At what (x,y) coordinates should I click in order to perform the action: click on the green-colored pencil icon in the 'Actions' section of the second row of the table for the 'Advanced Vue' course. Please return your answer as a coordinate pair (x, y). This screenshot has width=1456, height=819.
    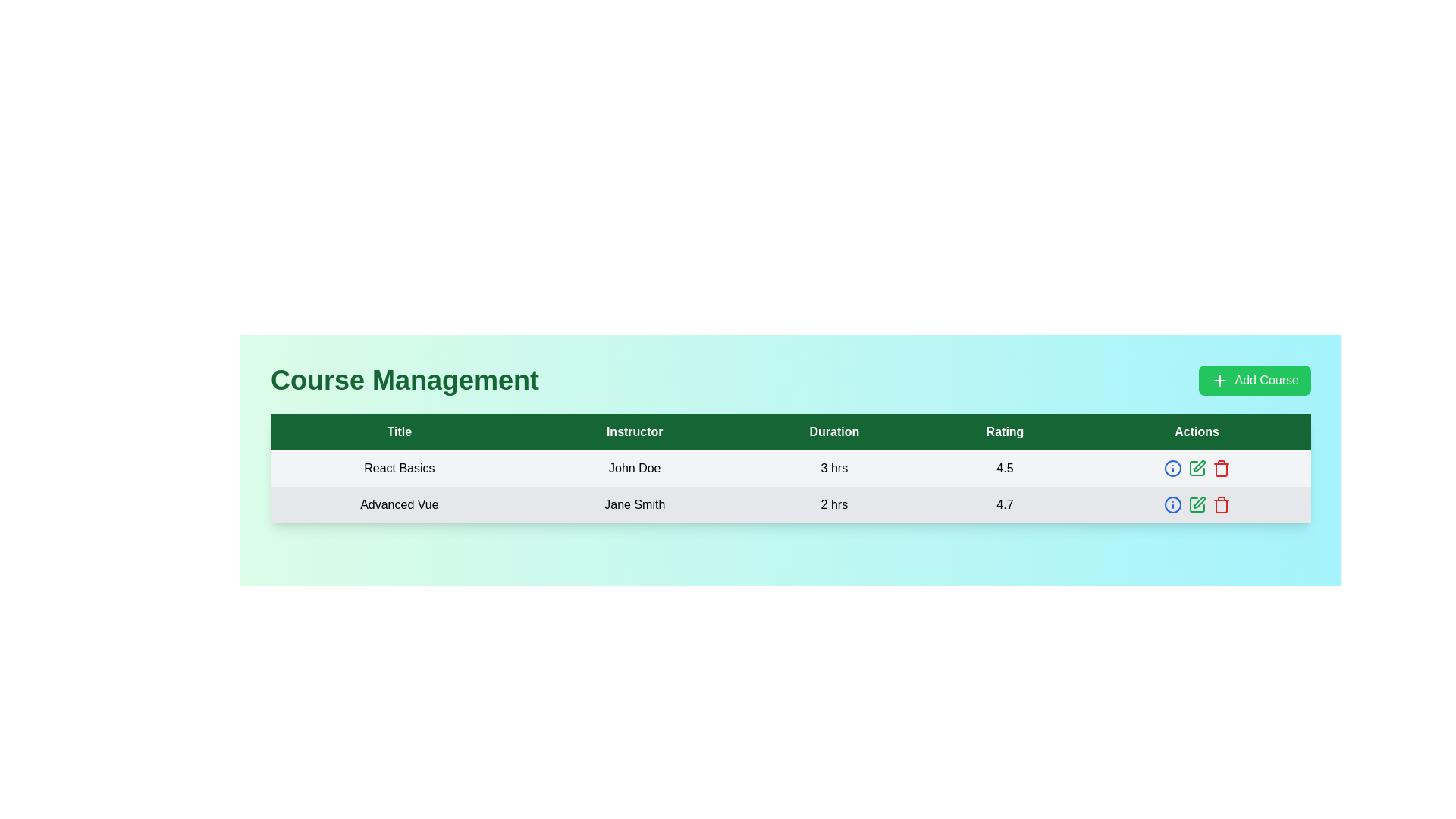
    Looking at the image, I should click on (1196, 505).